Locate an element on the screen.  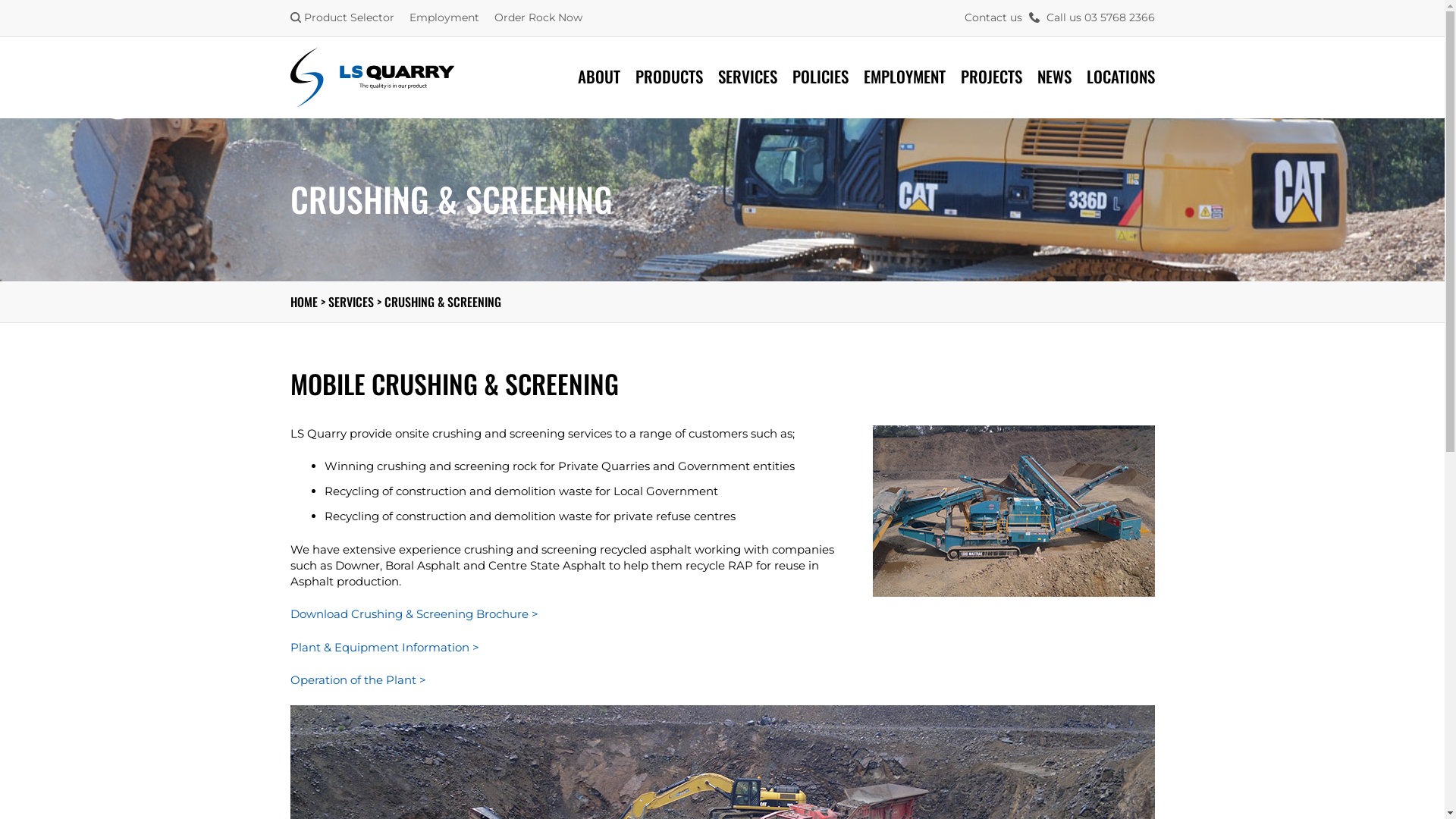
'HOME' is located at coordinates (303, 301).